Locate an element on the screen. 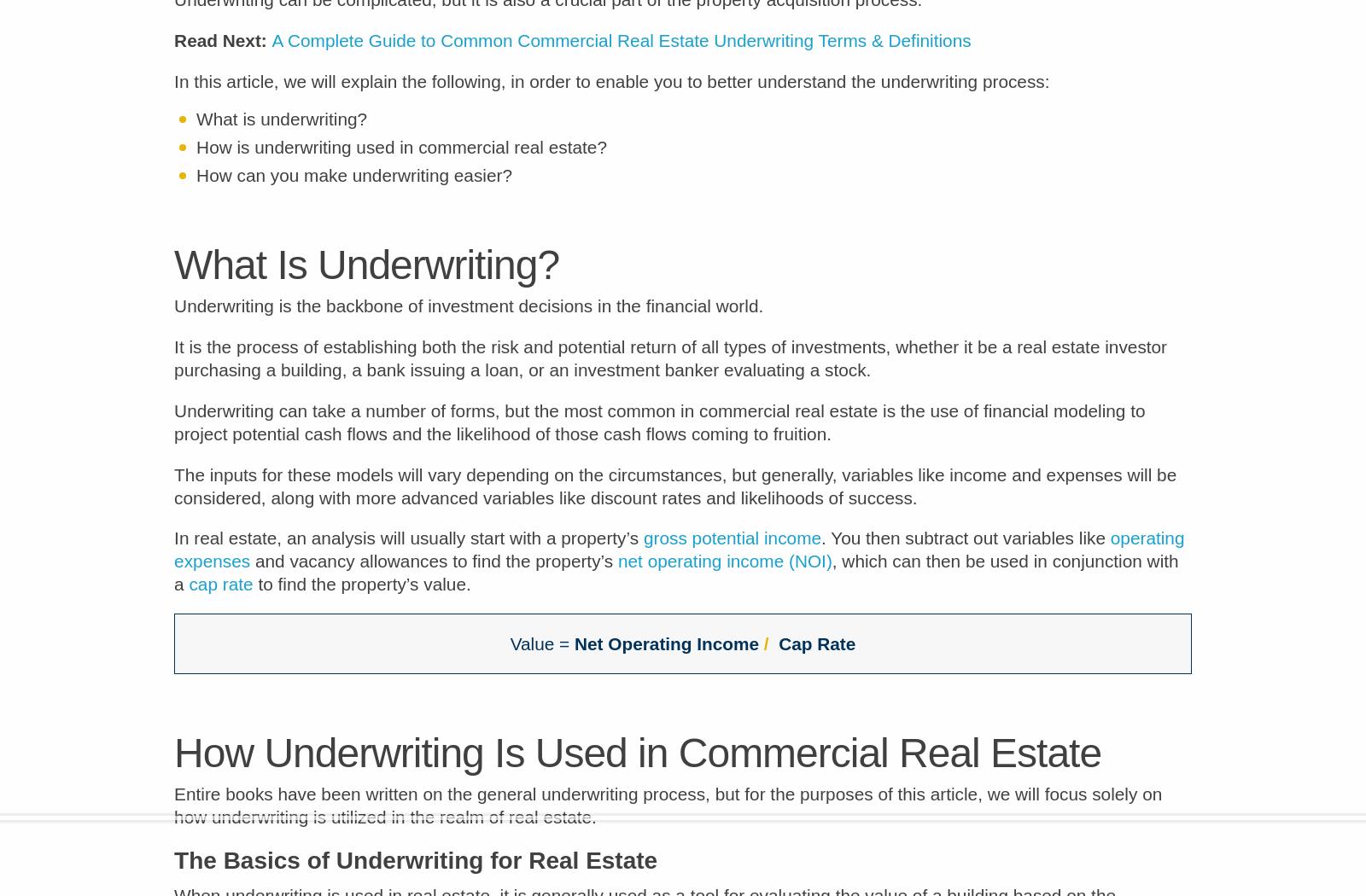  'How is underwriting used in commercial real estate?' is located at coordinates (400, 159).